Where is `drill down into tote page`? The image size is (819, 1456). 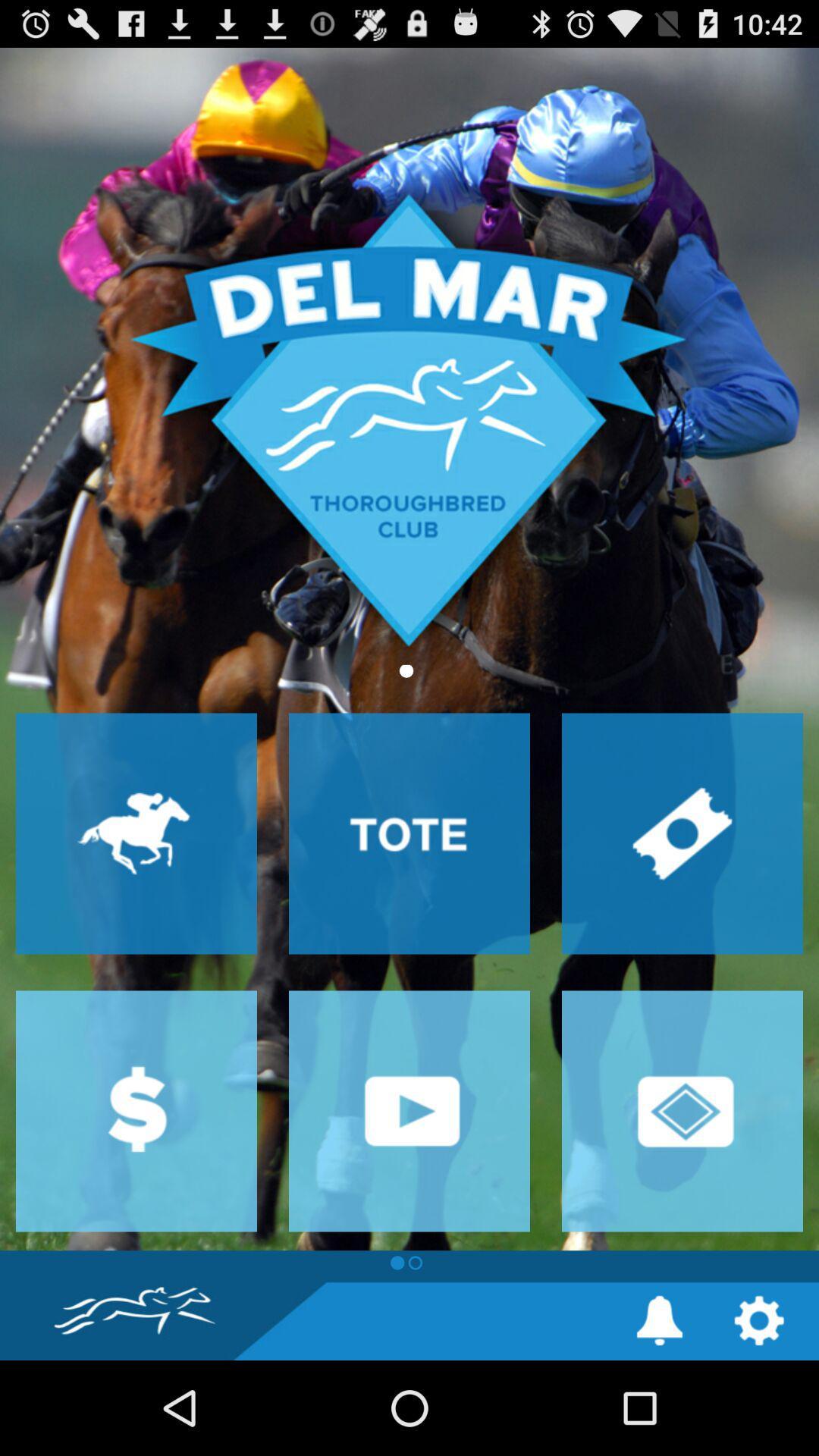
drill down into tote page is located at coordinates (409, 833).